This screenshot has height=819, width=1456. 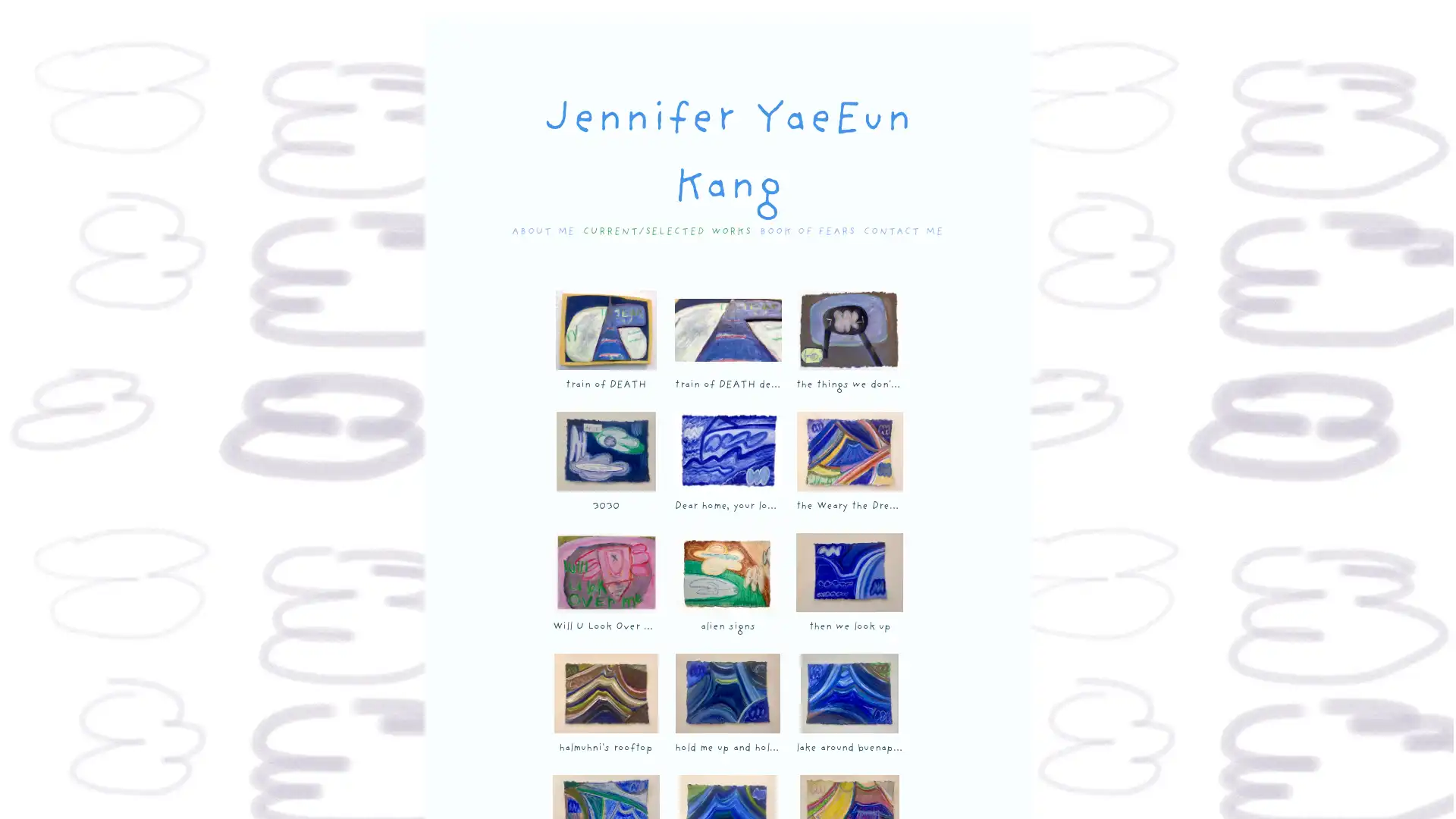 I want to click on View fullsize Dear home, your love is unchanging, so click(x=726, y=450).